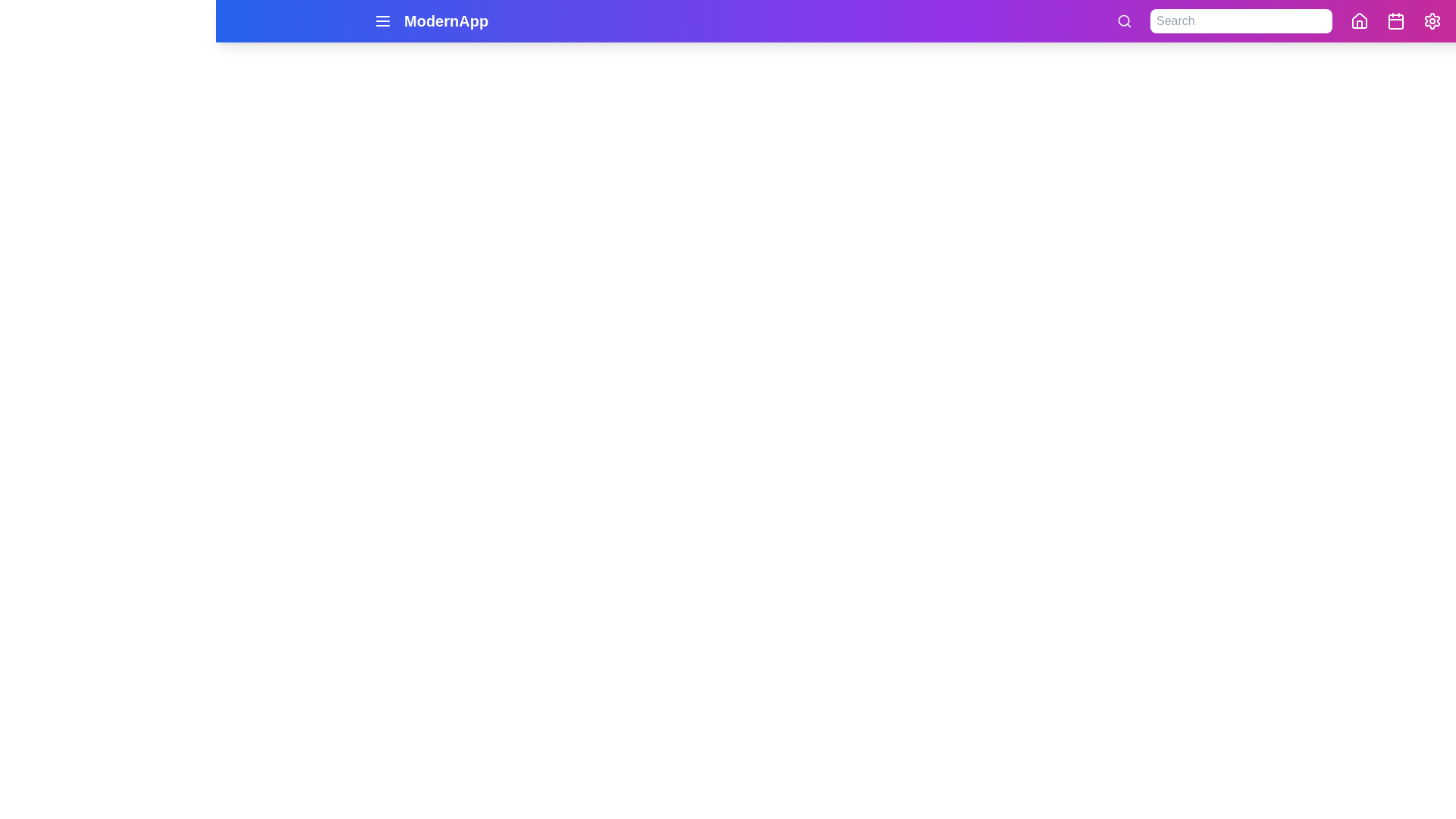  What do you see at coordinates (1395, 20) in the screenshot?
I see `the icon button located in the top-right corner of the navigation bar, which is the fourth interactive icon from the right` at bounding box center [1395, 20].